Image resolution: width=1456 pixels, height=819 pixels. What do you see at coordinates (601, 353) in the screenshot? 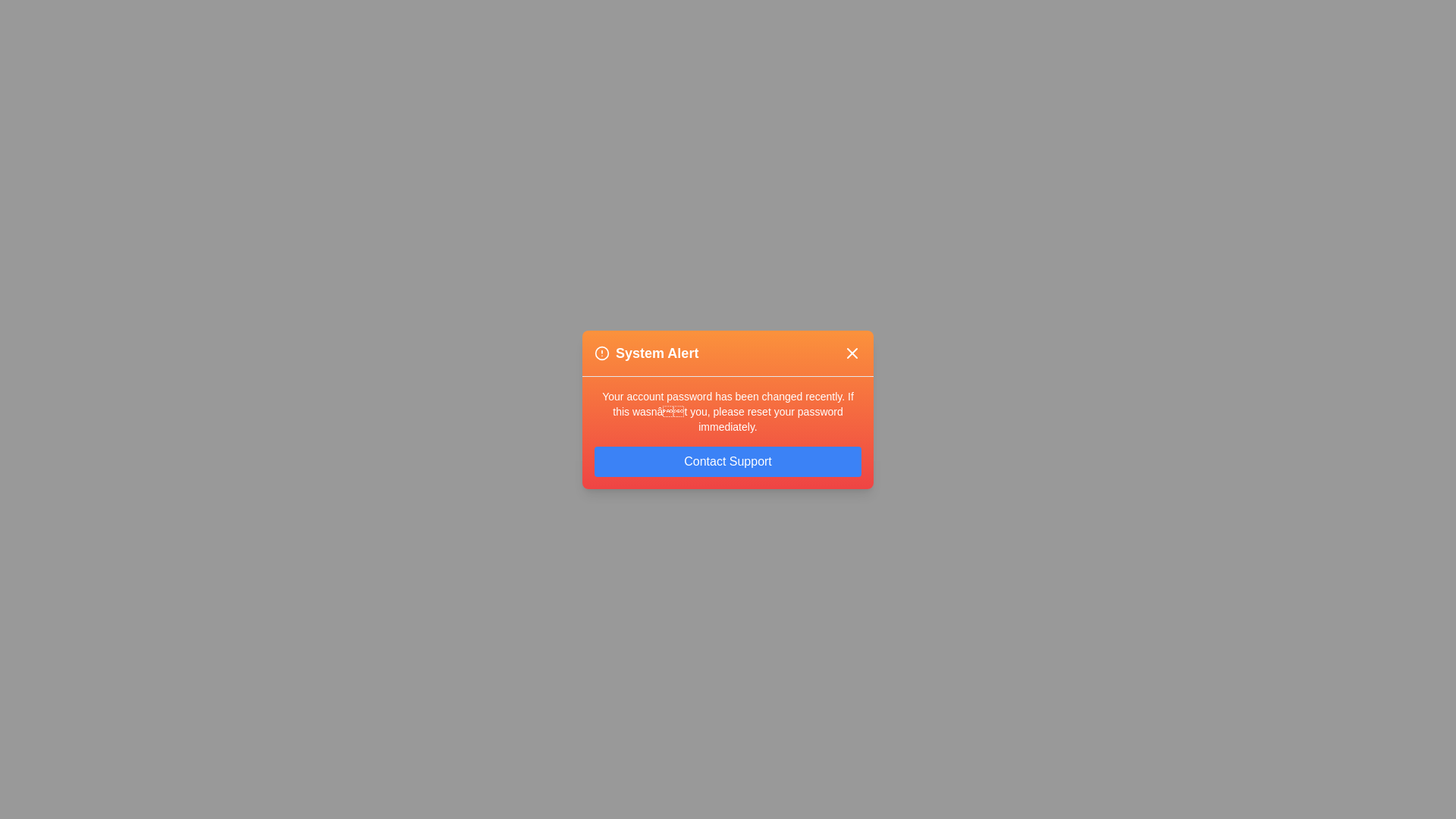
I see `the alert icon to inspect it` at bounding box center [601, 353].